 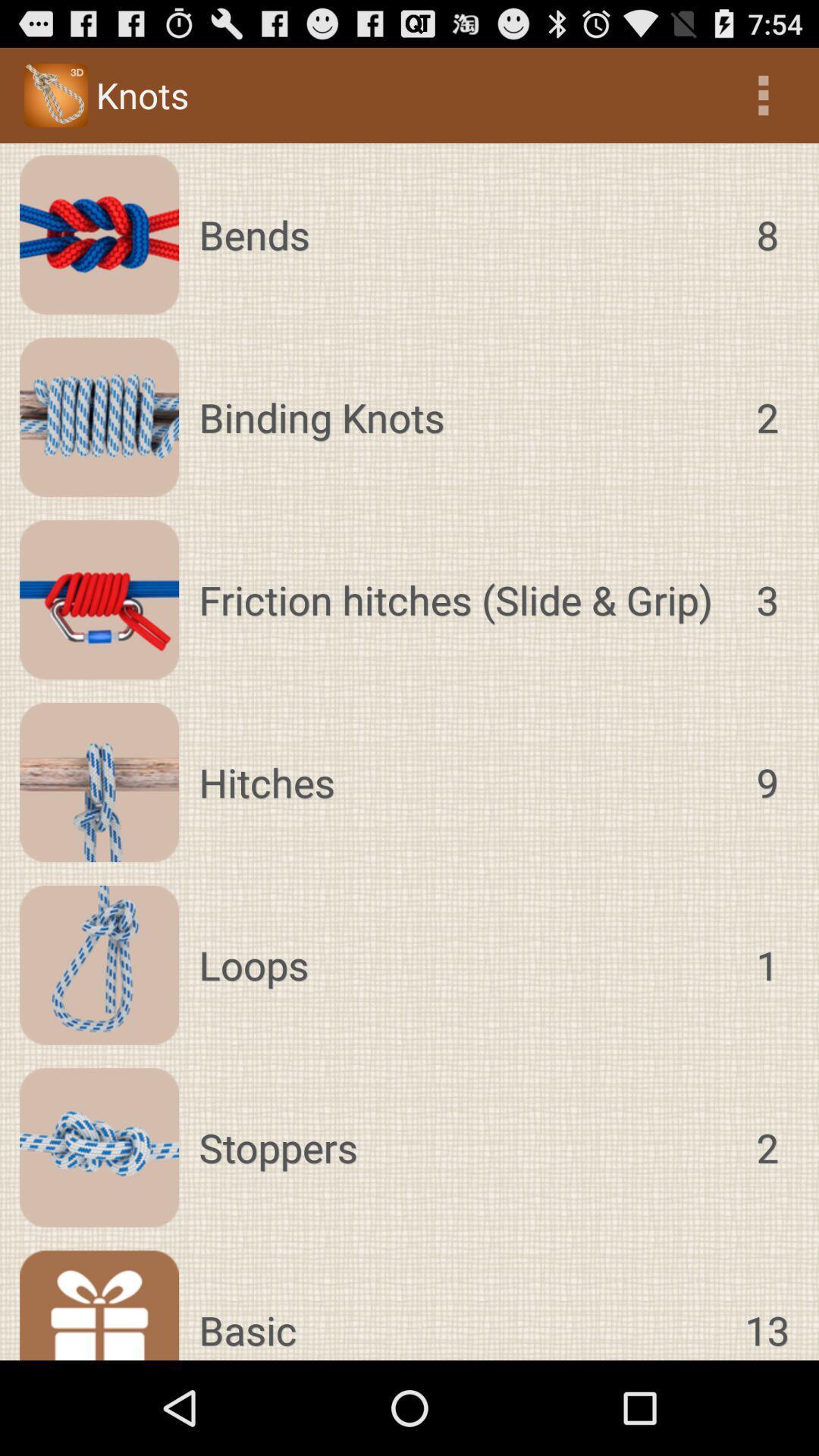 I want to click on loops icon, so click(x=462, y=964).